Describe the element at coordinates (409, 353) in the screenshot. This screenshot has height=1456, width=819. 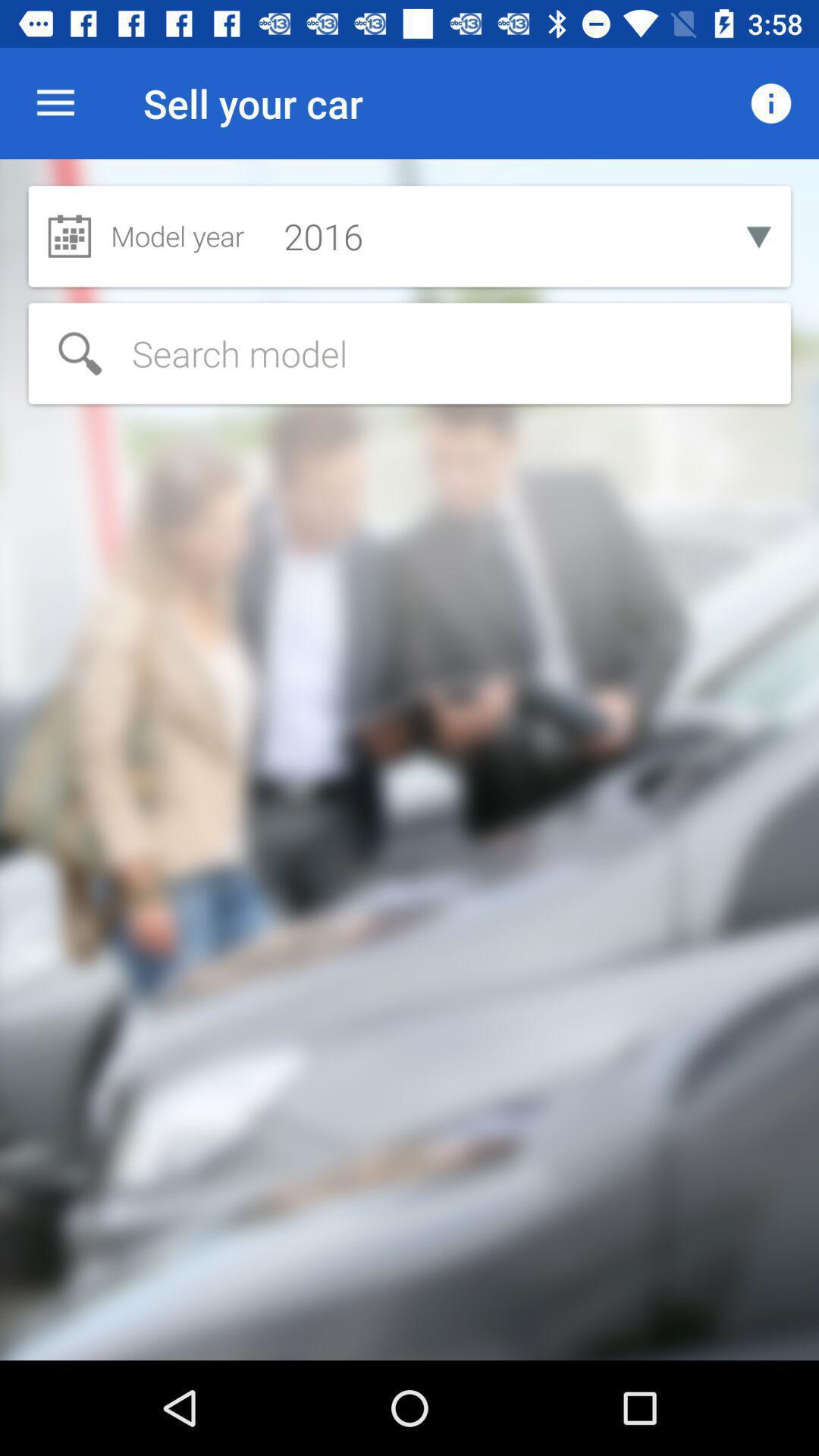
I see `search model` at that location.